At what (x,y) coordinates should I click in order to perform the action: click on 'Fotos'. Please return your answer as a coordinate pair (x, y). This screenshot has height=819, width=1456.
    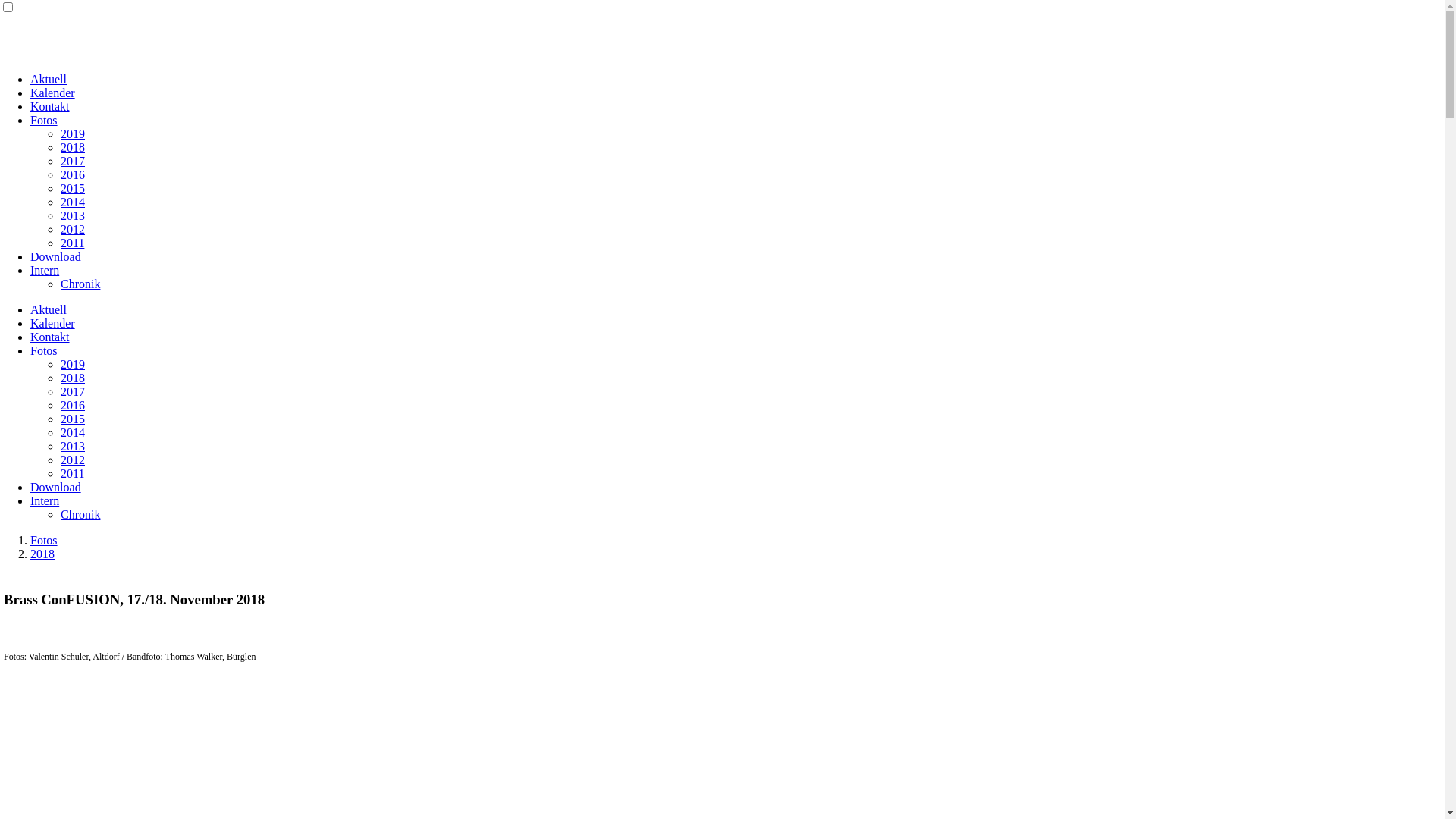
    Looking at the image, I should click on (43, 539).